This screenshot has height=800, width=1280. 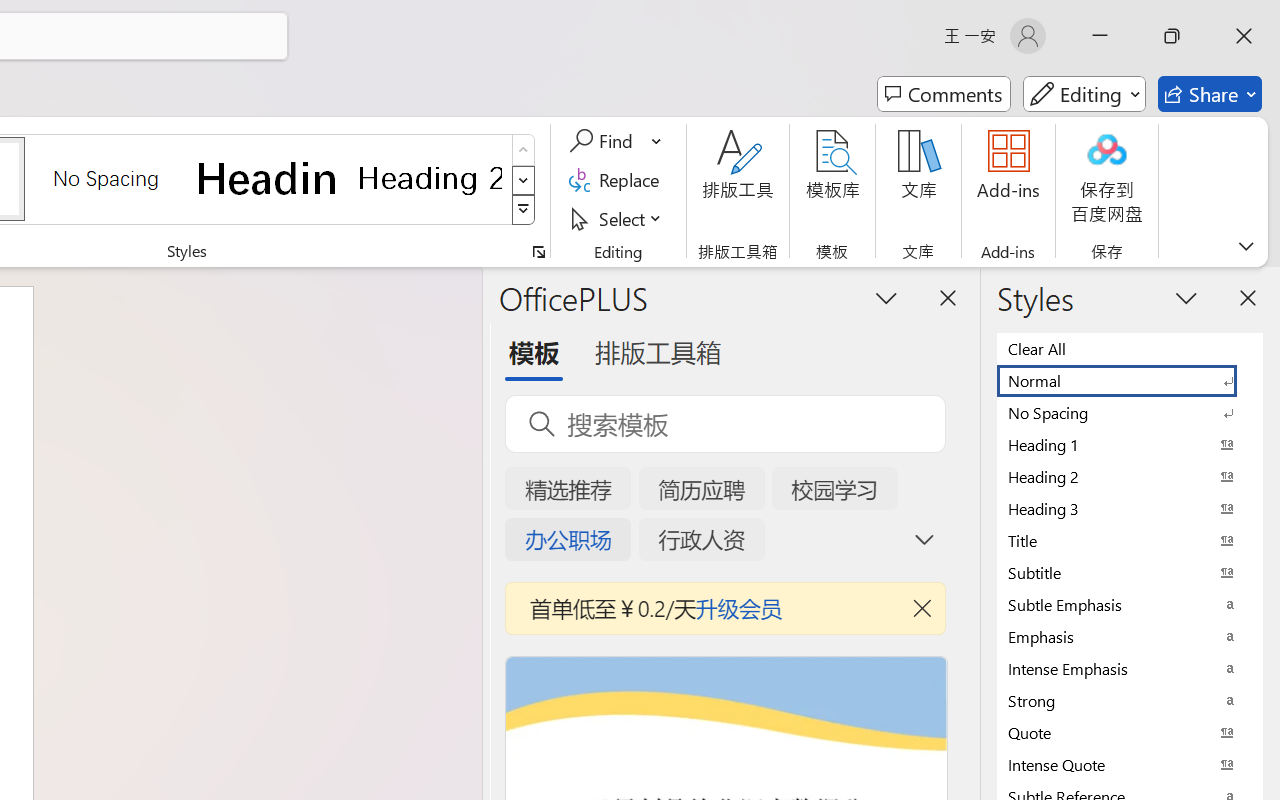 What do you see at coordinates (617, 218) in the screenshot?
I see `'Select'` at bounding box center [617, 218].